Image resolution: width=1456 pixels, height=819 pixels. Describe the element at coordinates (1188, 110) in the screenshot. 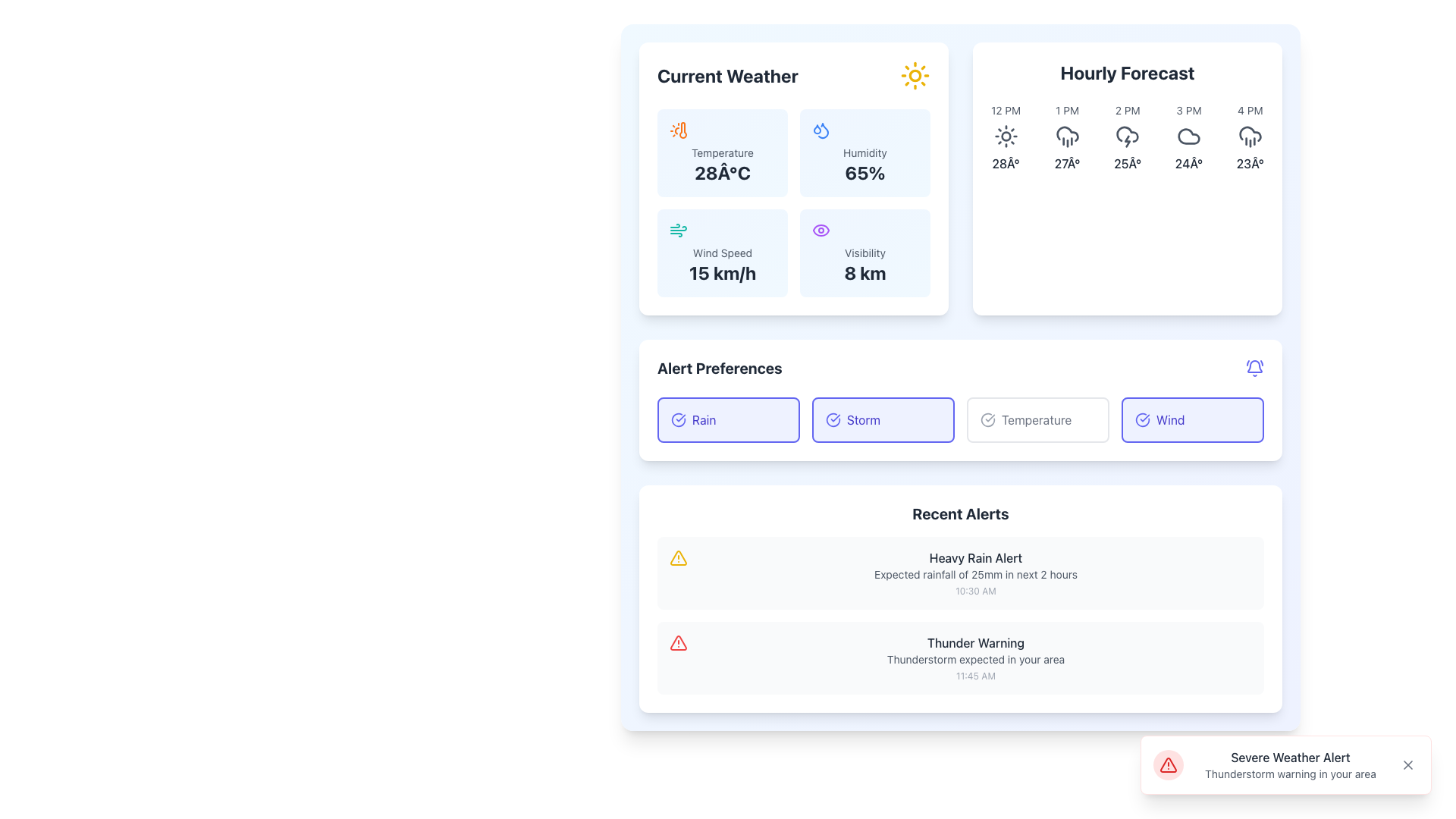

I see `text label displaying '3 PM' in gray color, positioned in the hourly forecast section above the weather icon for the 3 PM forecast` at that location.